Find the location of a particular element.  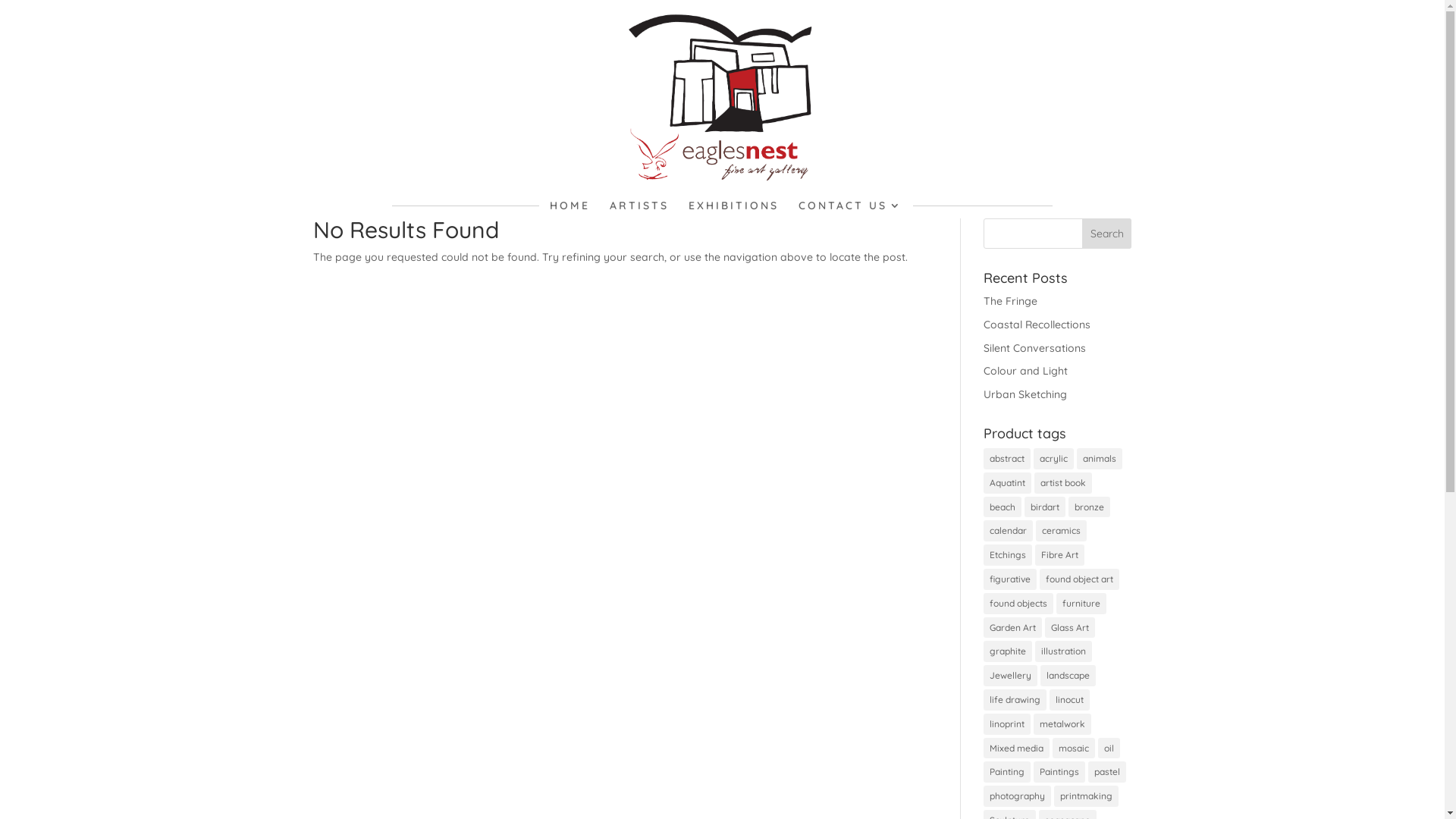

'CONTACT US' is located at coordinates (850, 209).